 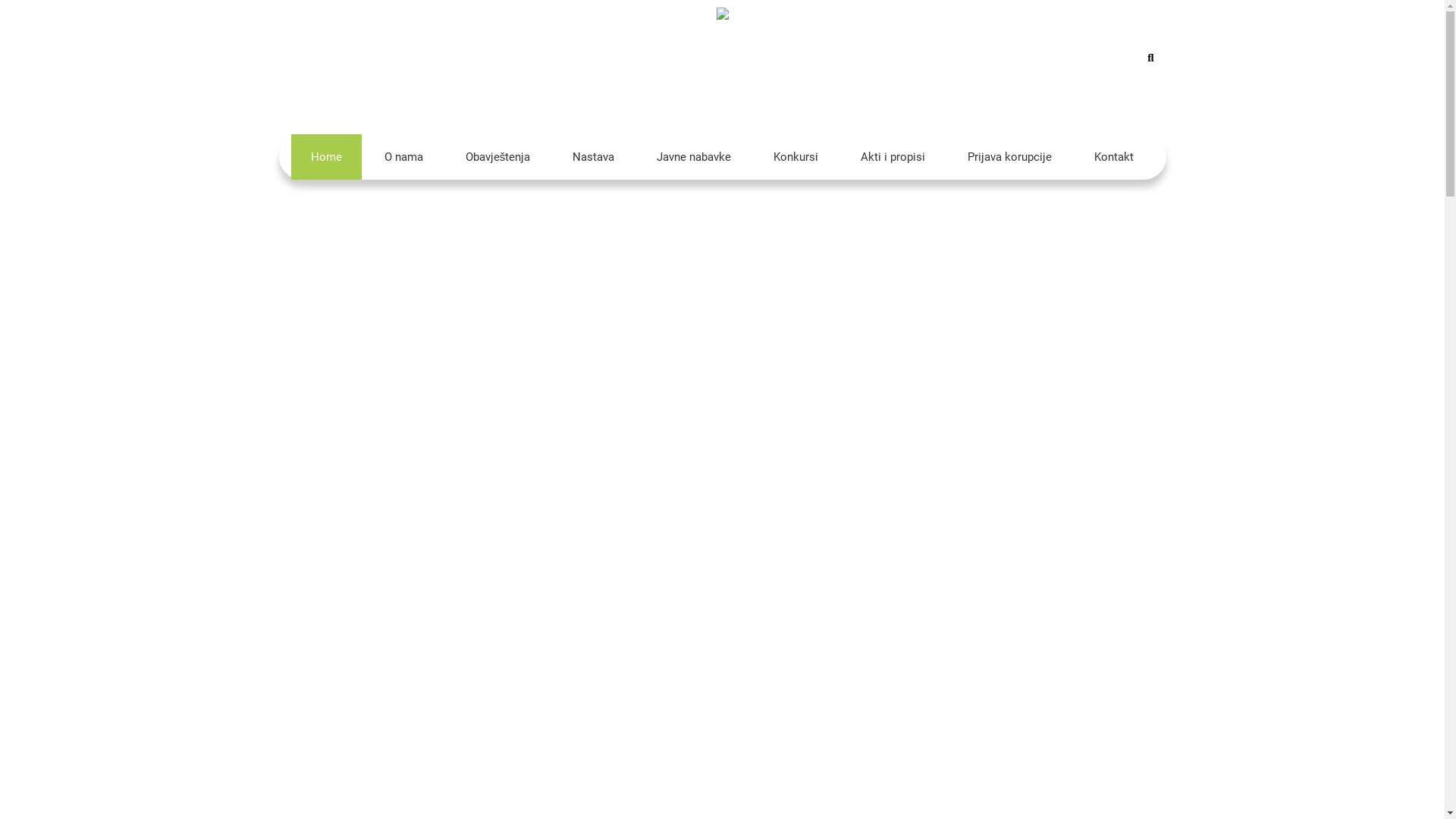 I want to click on 'Javne nabavke', so click(x=637, y=157).